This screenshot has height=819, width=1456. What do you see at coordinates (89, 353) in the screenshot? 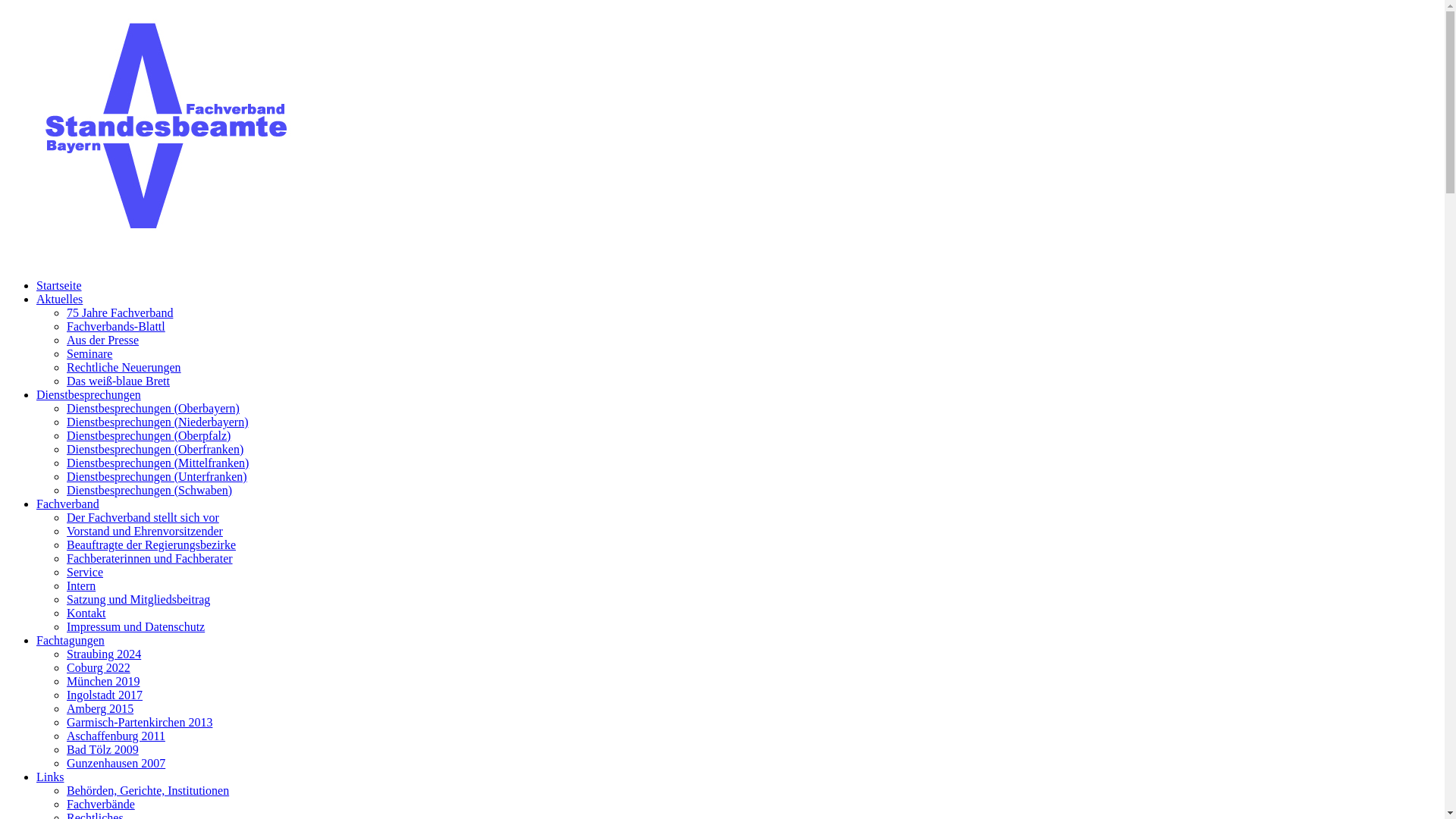
I see `'Seminare'` at bounding box center [89, 353].